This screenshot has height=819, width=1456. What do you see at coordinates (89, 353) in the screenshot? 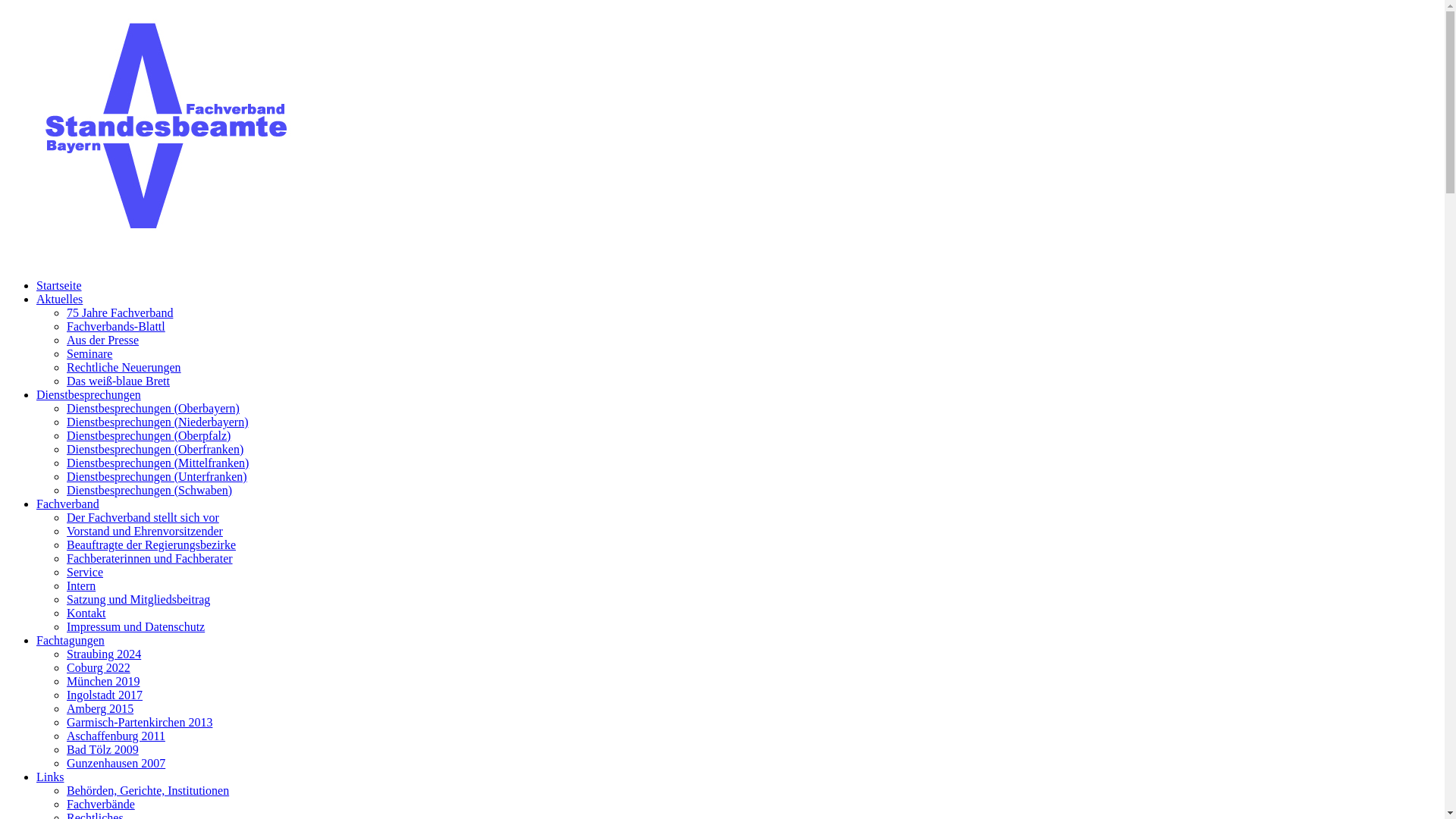
I see `'Seminare'` at bounding box center [89, 353].